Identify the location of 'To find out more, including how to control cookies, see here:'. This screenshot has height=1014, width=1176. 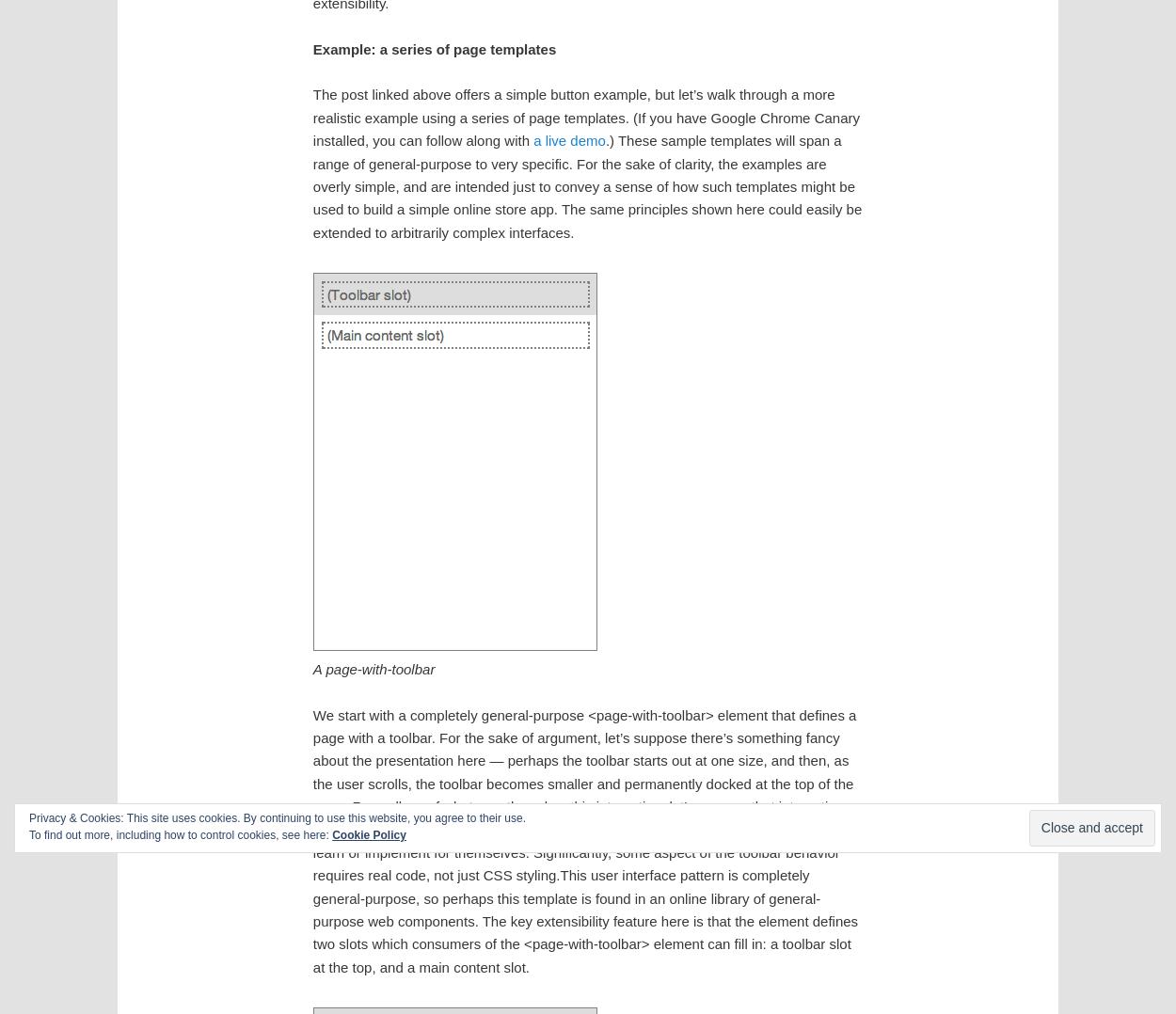
(29, 834).